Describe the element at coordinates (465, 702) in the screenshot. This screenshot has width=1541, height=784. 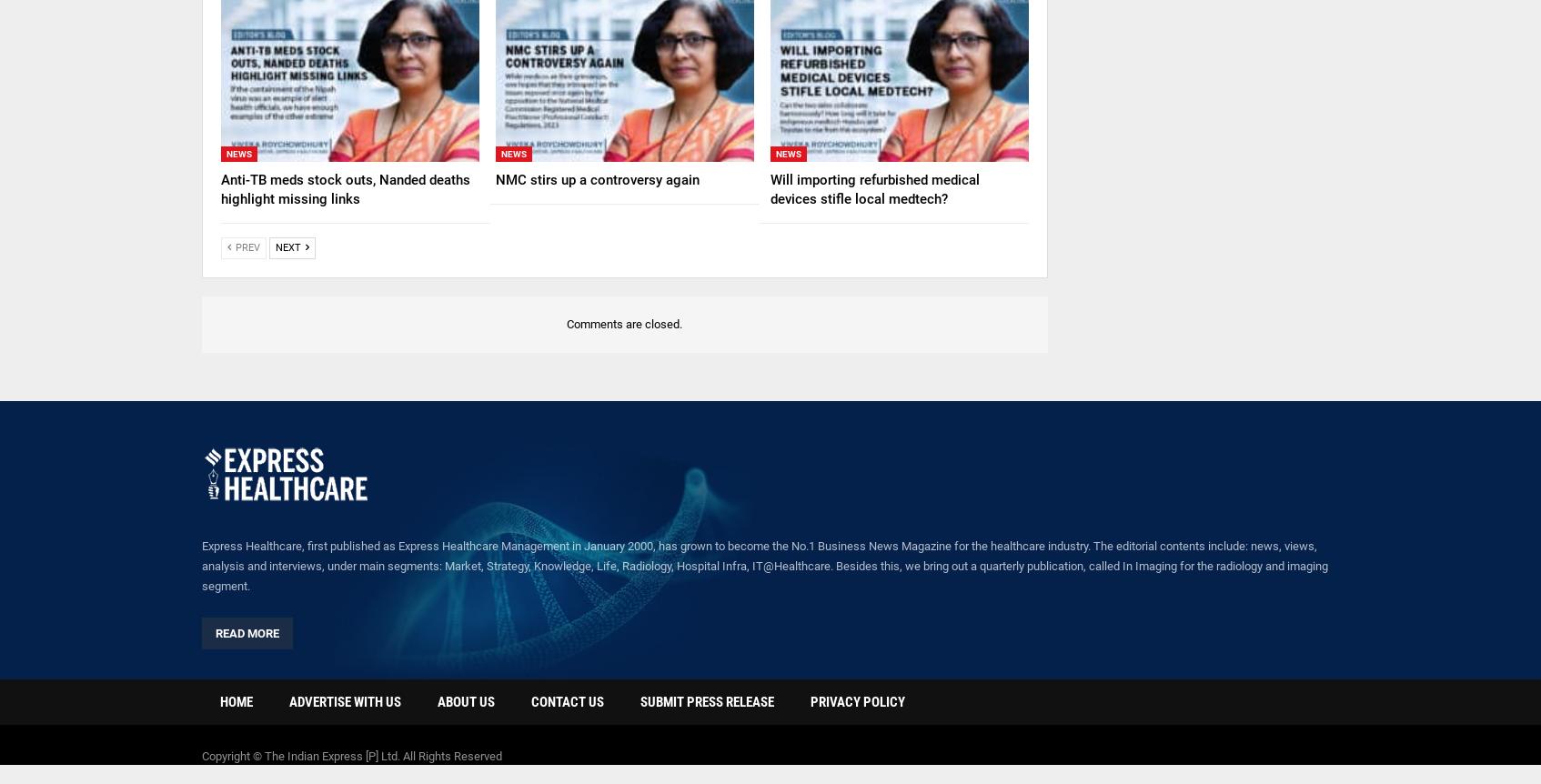
I see `'About Us'` at that location.